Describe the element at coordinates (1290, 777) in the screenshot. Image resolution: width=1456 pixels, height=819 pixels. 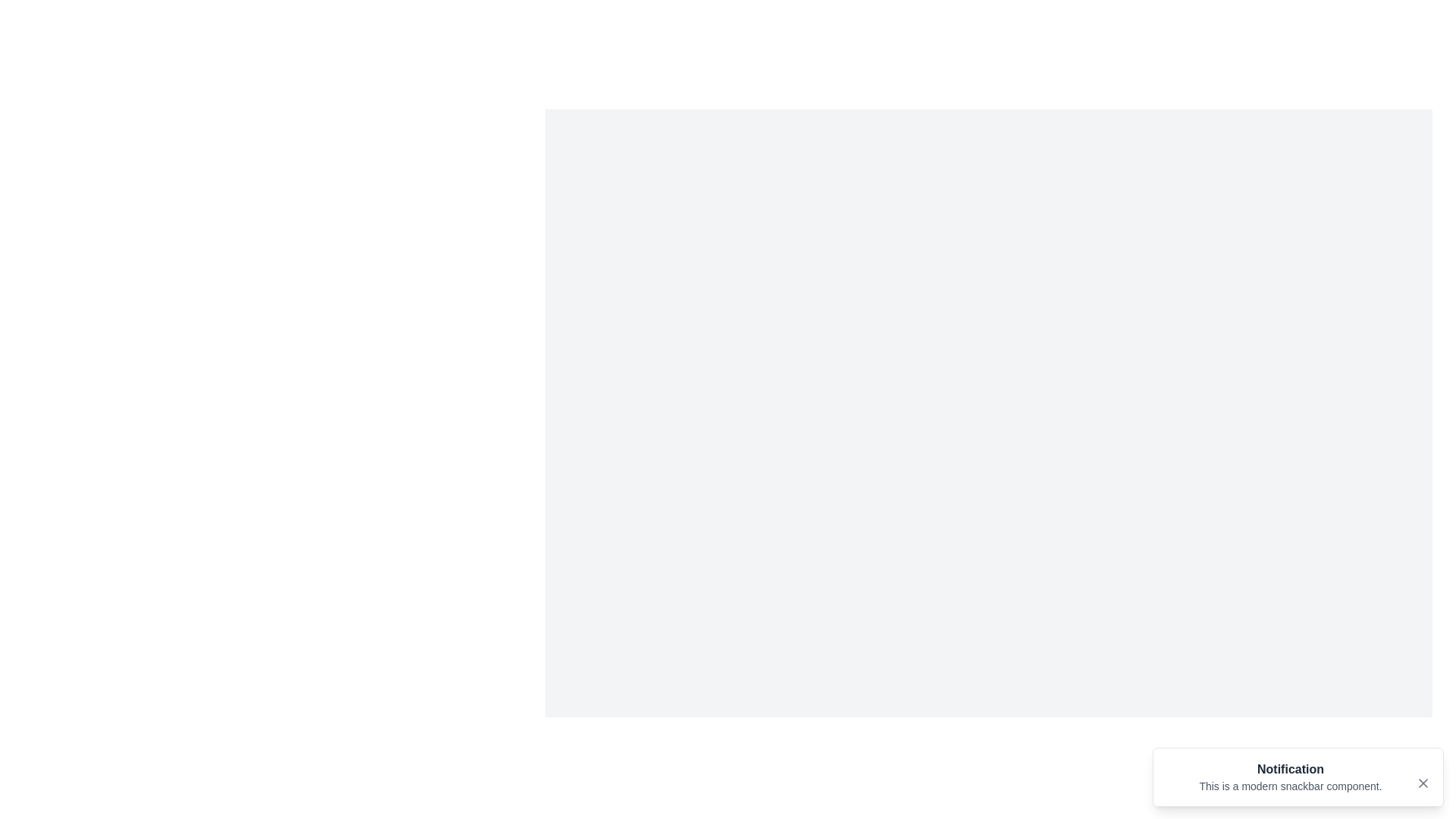
I see `the notification message displayed in the text display component, which includes the bolded text 'Notification' and the lighter text 'This is a modern snackbar component.'` at that location.